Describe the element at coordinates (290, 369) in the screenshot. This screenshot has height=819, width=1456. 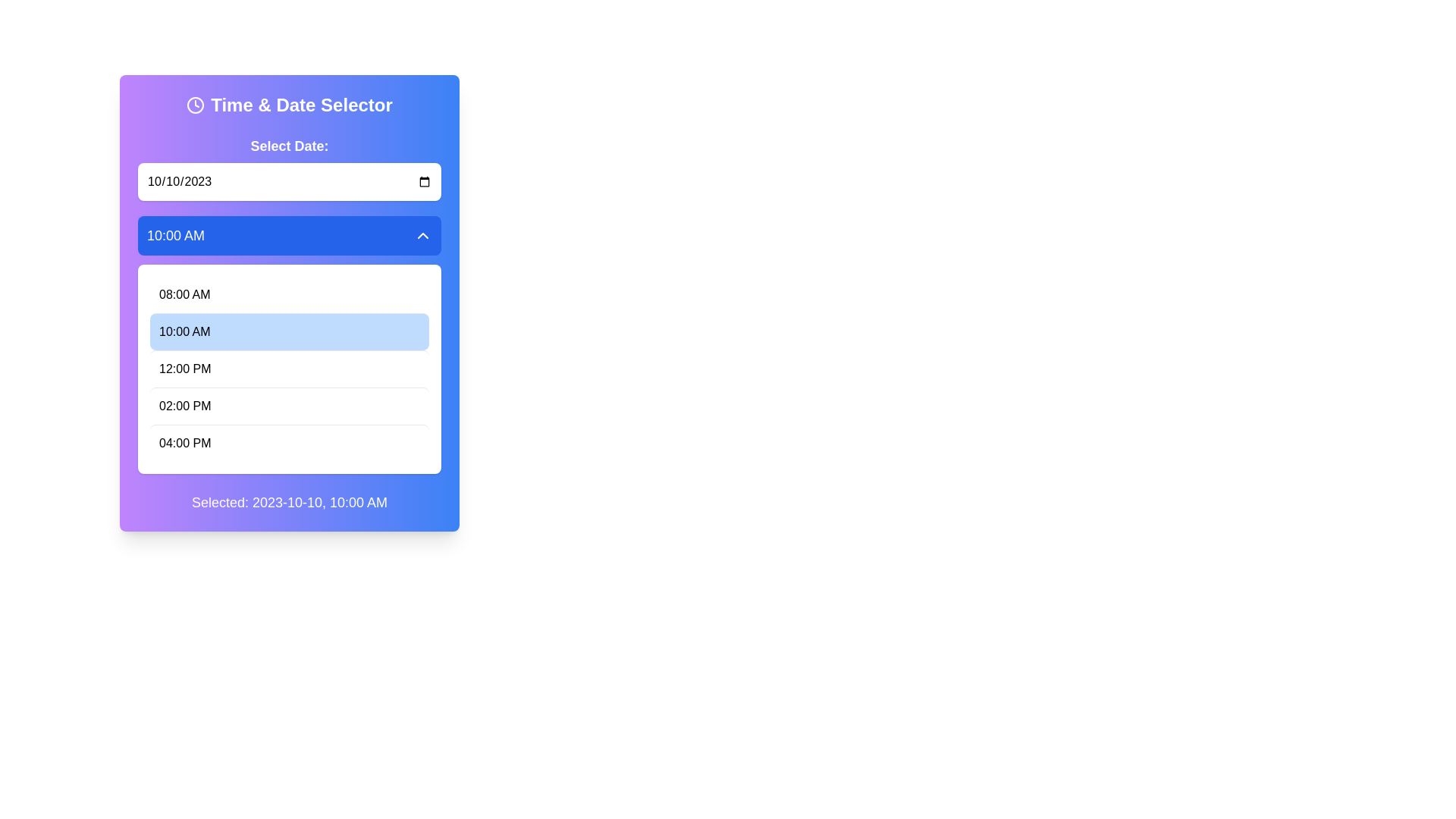
I see `the third time slot labeled '12:00 PM' in the dropdown list of selectable time options for navigation` at that location.